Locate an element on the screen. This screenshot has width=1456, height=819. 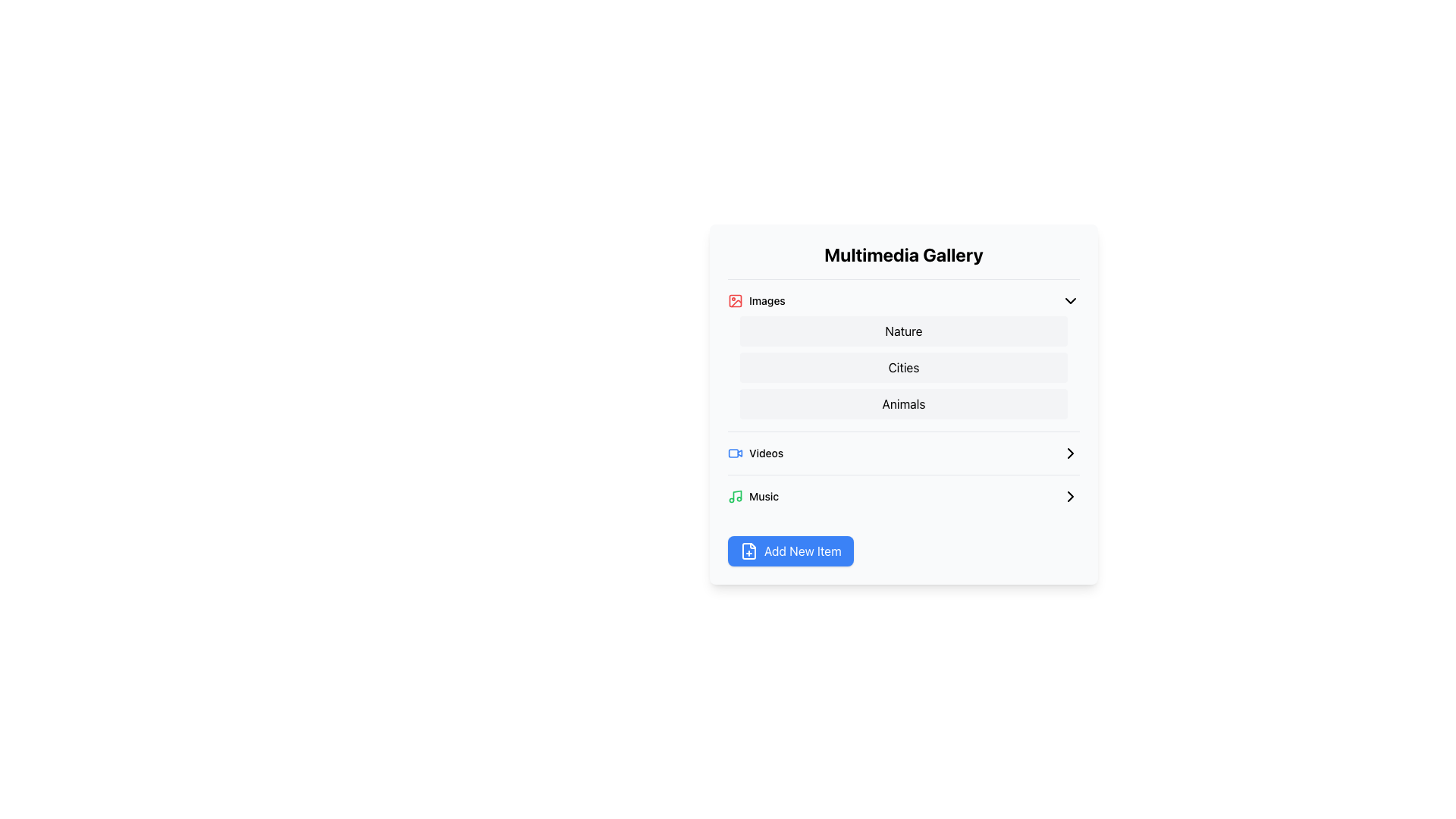
the add new item icon located to the left of the 'Add New Item' text within the blue button at the bottom of the interface, below the 'Music' section in the 'Multimedia Gallery' listing is located at coordinates (749, 551).